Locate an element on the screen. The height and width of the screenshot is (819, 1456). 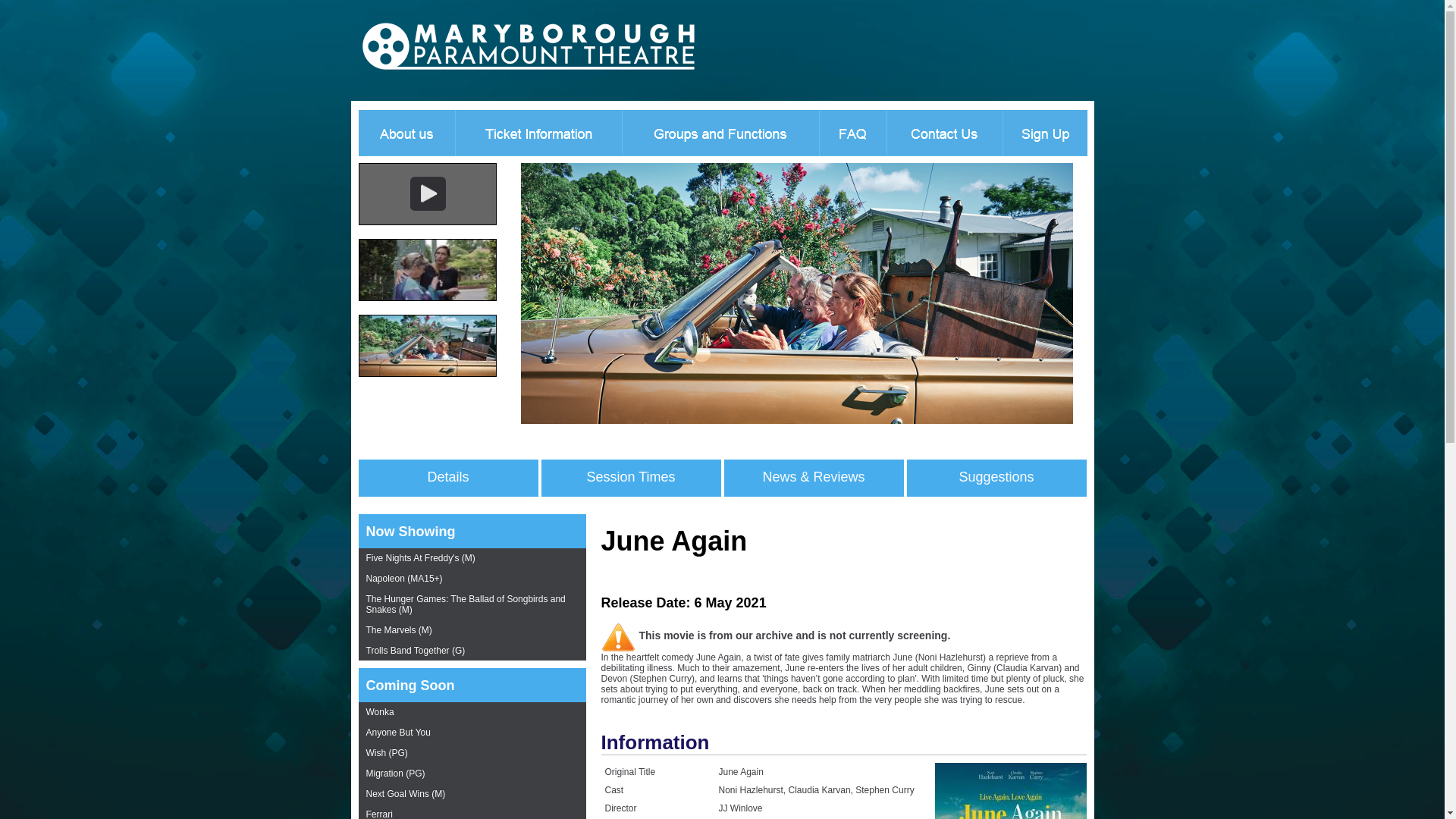
'FAQ' is located at coordinates (852, 130).